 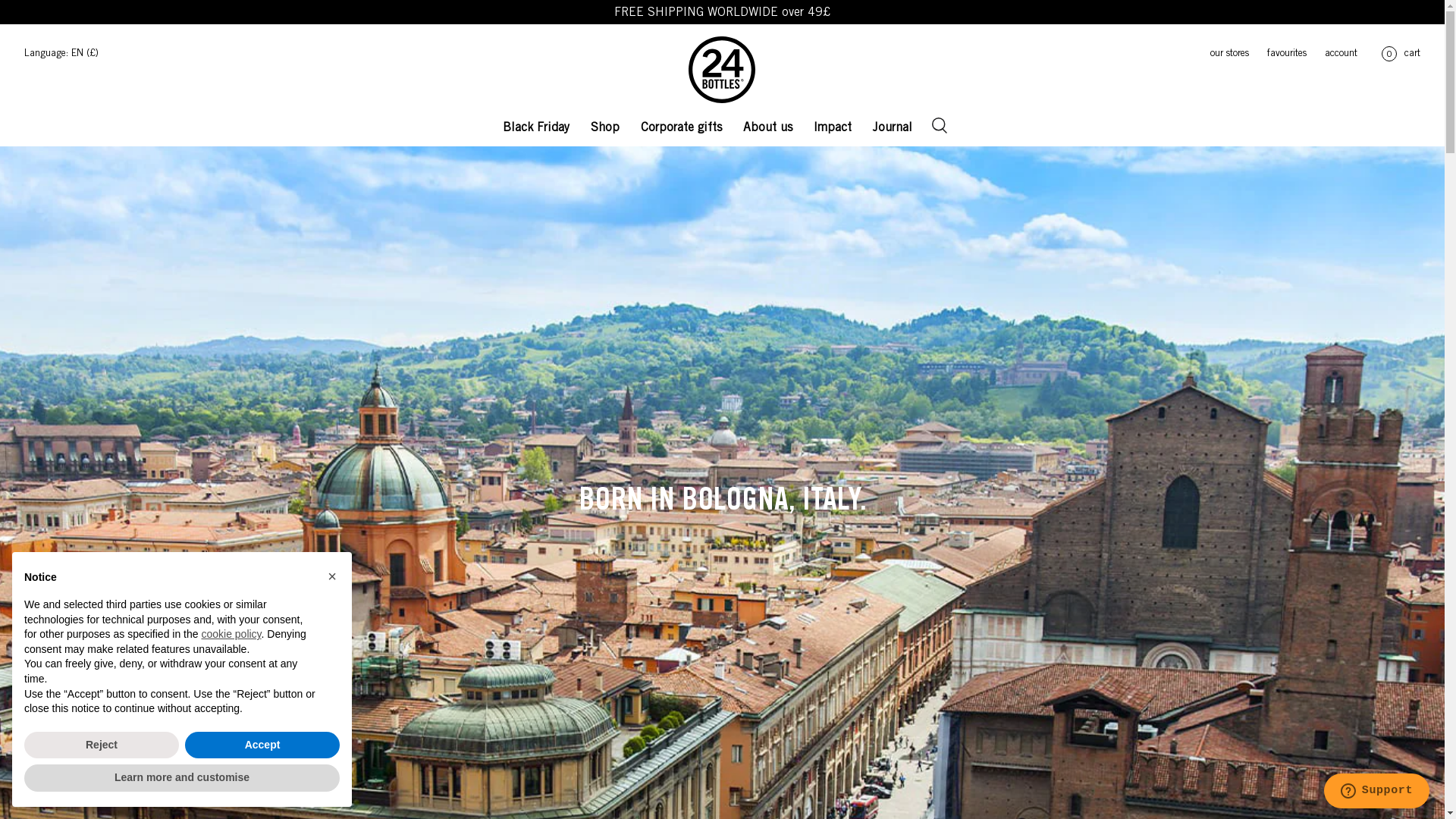 I want to click on 'About us', so click(x=767, y=124).